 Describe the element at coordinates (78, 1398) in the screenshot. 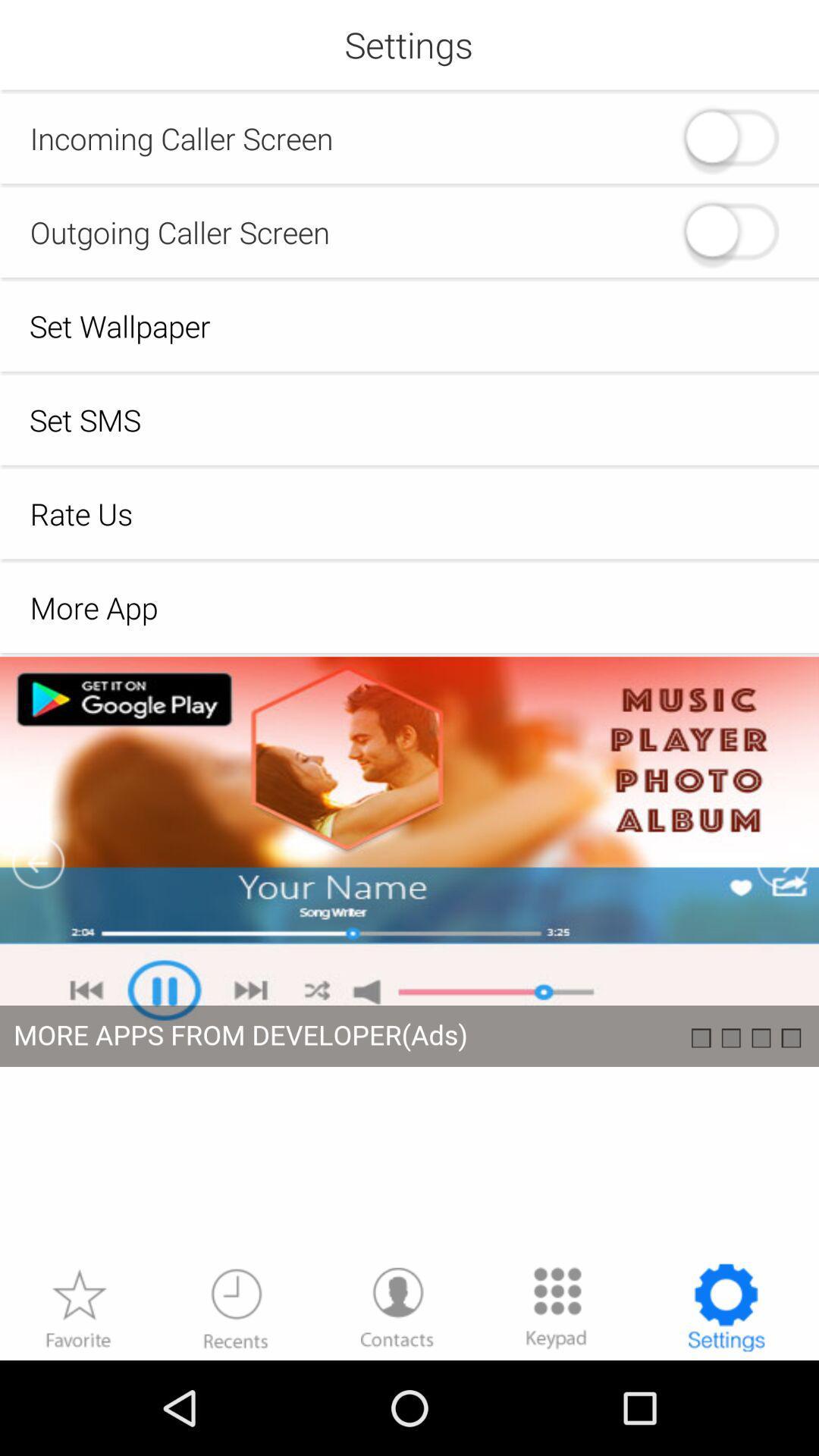

I see `the star icon` at that location.